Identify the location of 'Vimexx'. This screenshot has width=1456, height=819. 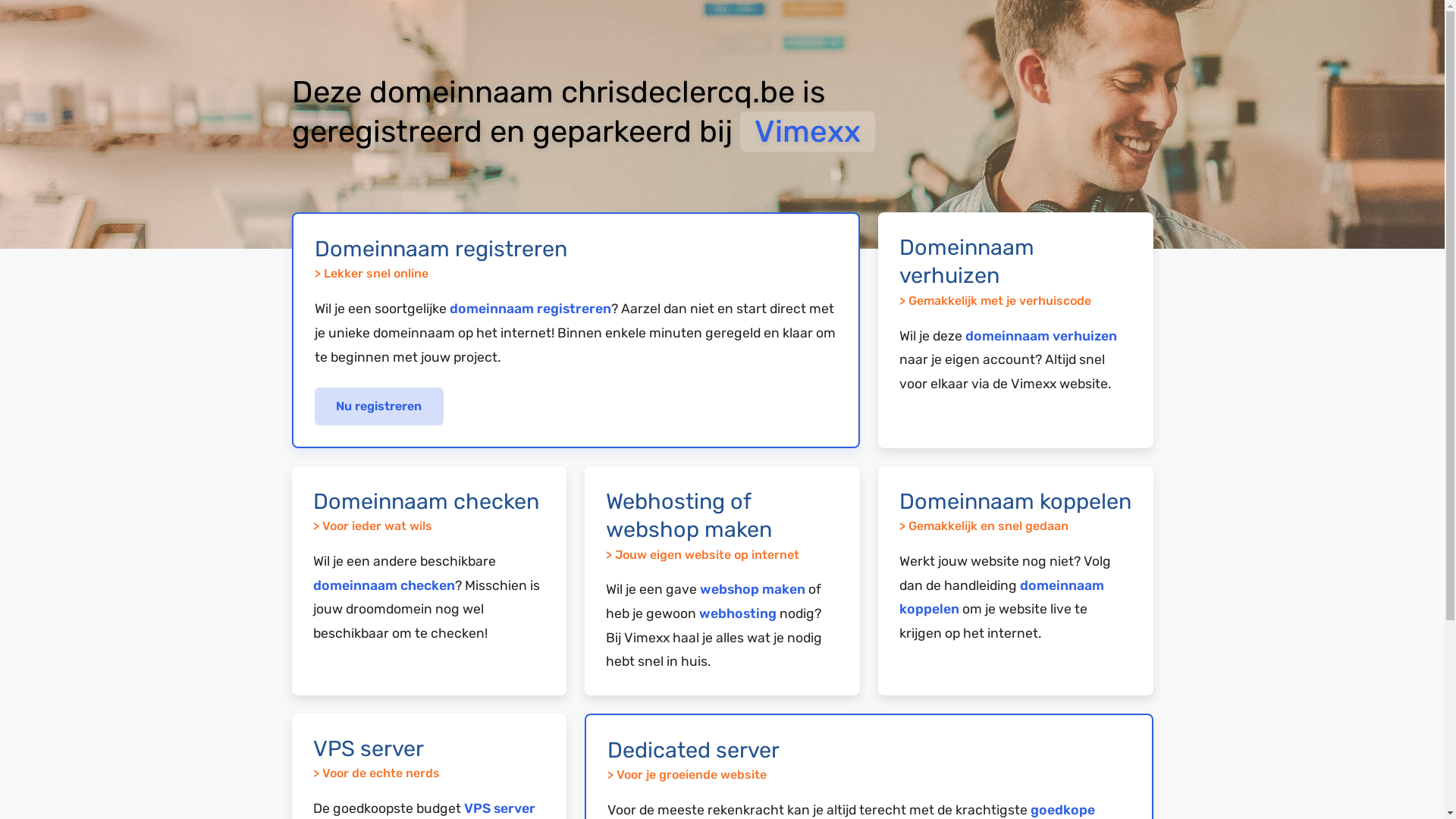
(807, 130).